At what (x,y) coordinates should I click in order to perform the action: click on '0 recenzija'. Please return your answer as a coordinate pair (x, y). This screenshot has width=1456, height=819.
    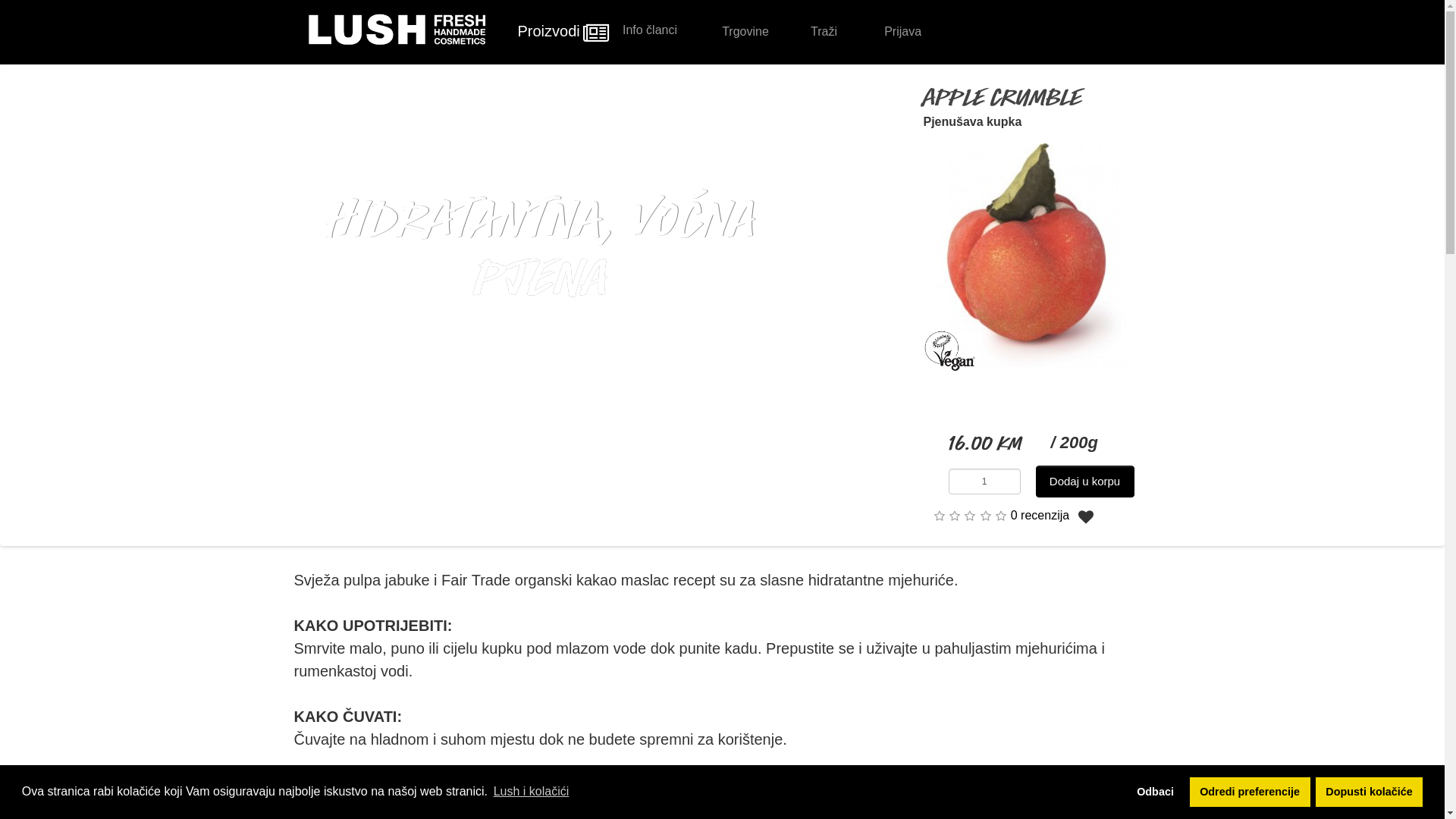
    Looking at the image, I should click on (1039, 514).